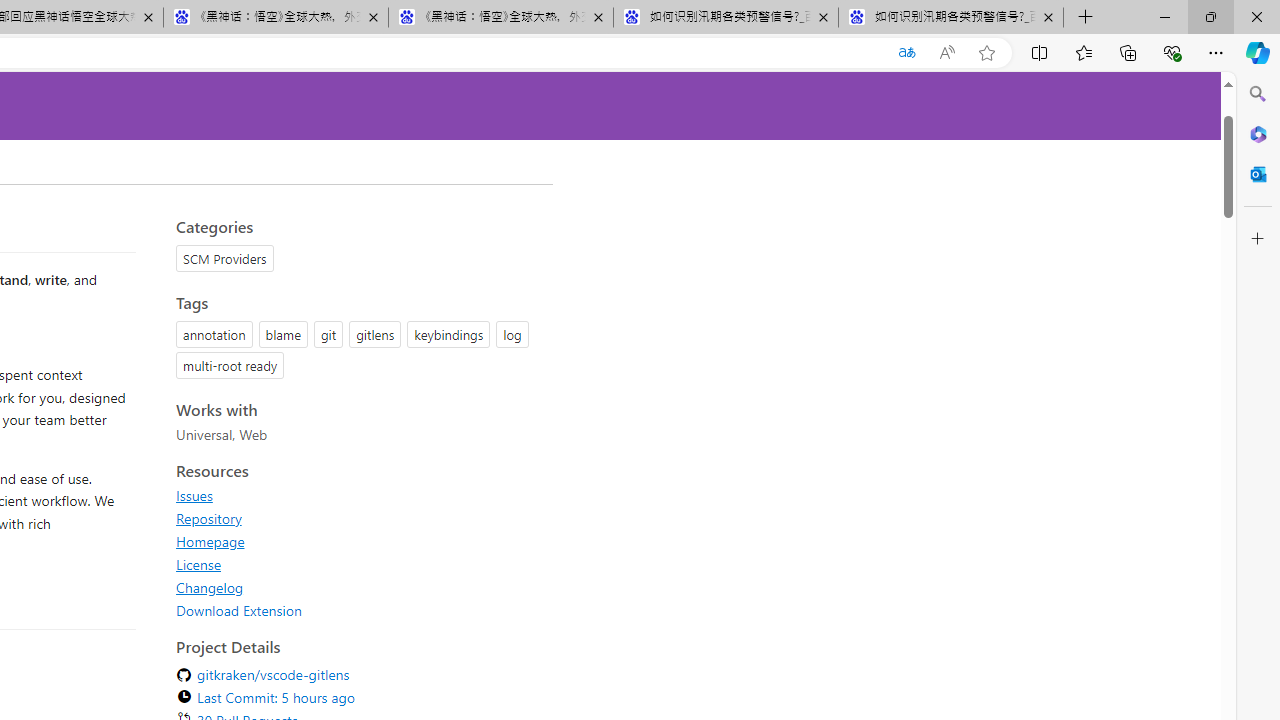  I want to click on 'Repository', so click(209, 517).